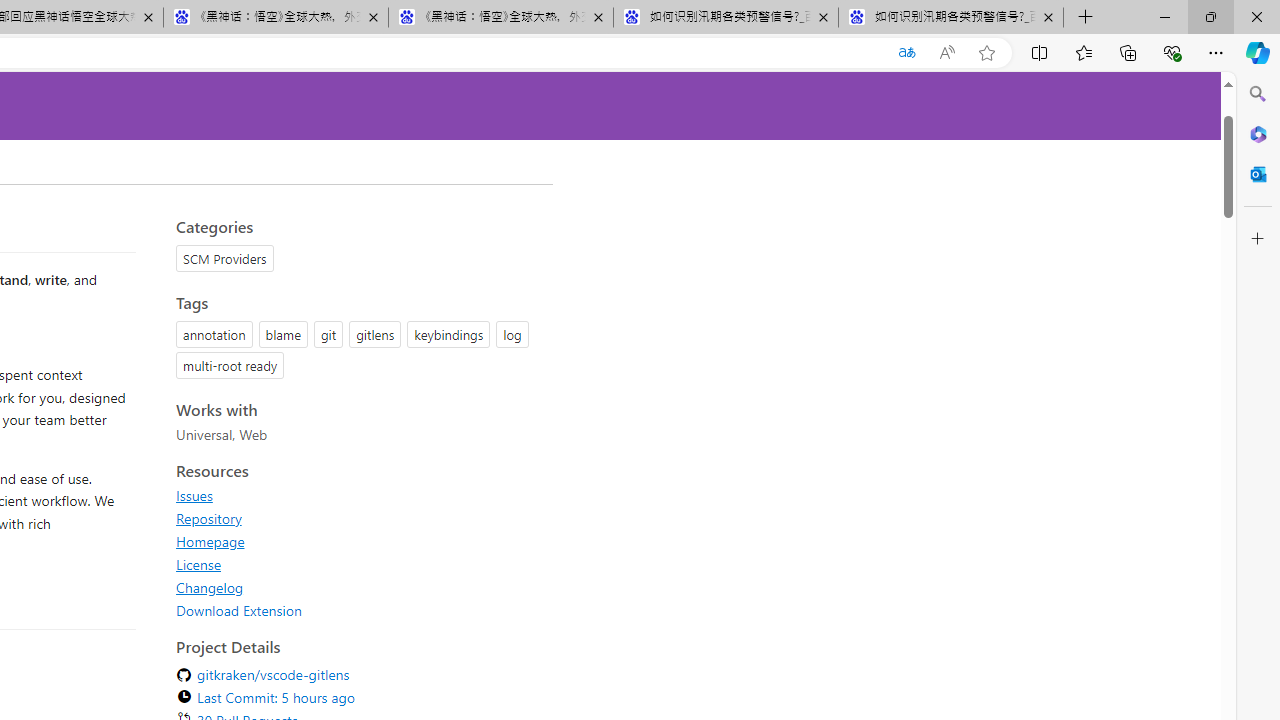  I want to click on 'Repository', so click(209, 517).